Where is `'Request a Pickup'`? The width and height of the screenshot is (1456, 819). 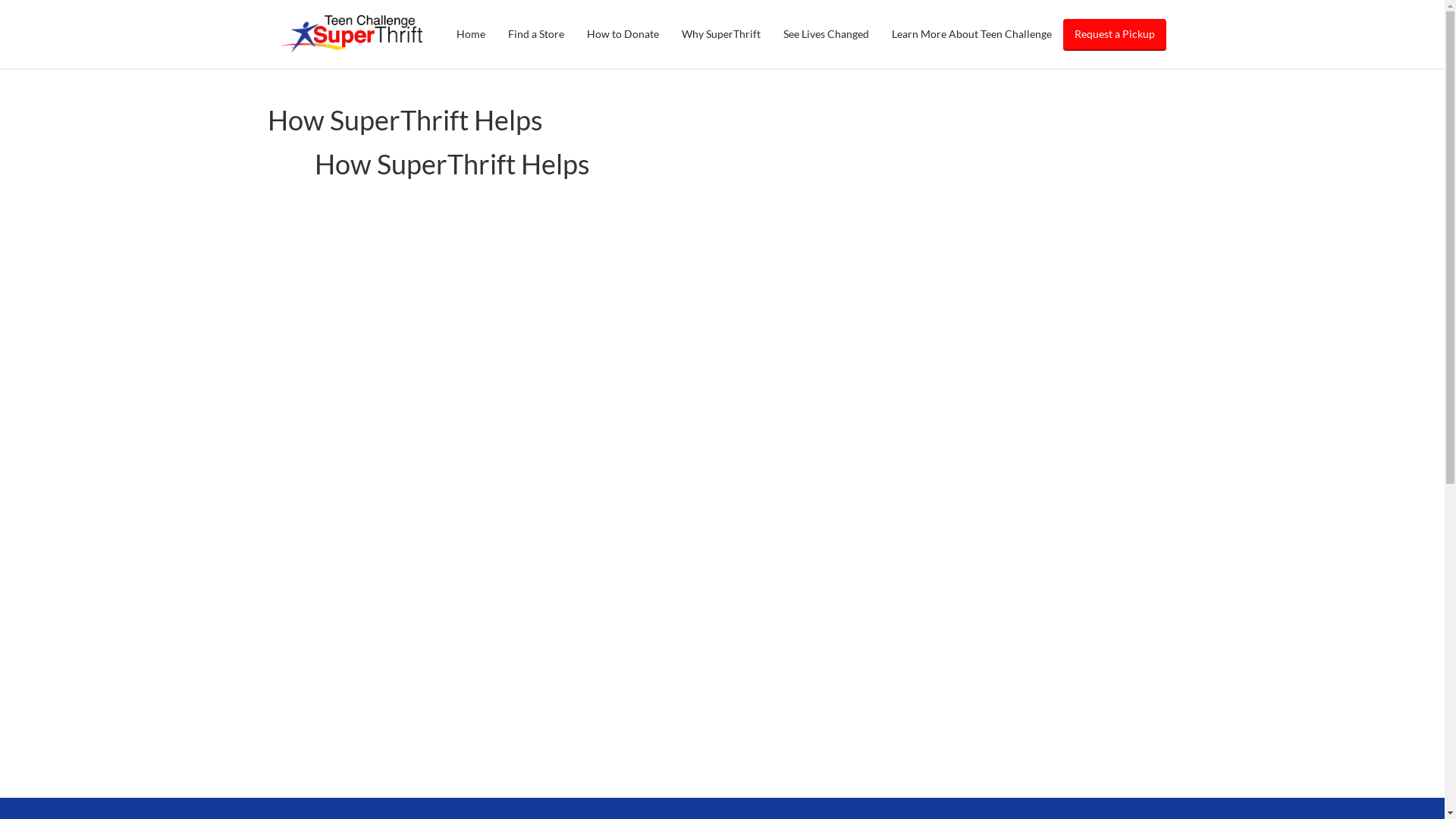
'Request a Pickup' is located at coordinates (1062, 34).